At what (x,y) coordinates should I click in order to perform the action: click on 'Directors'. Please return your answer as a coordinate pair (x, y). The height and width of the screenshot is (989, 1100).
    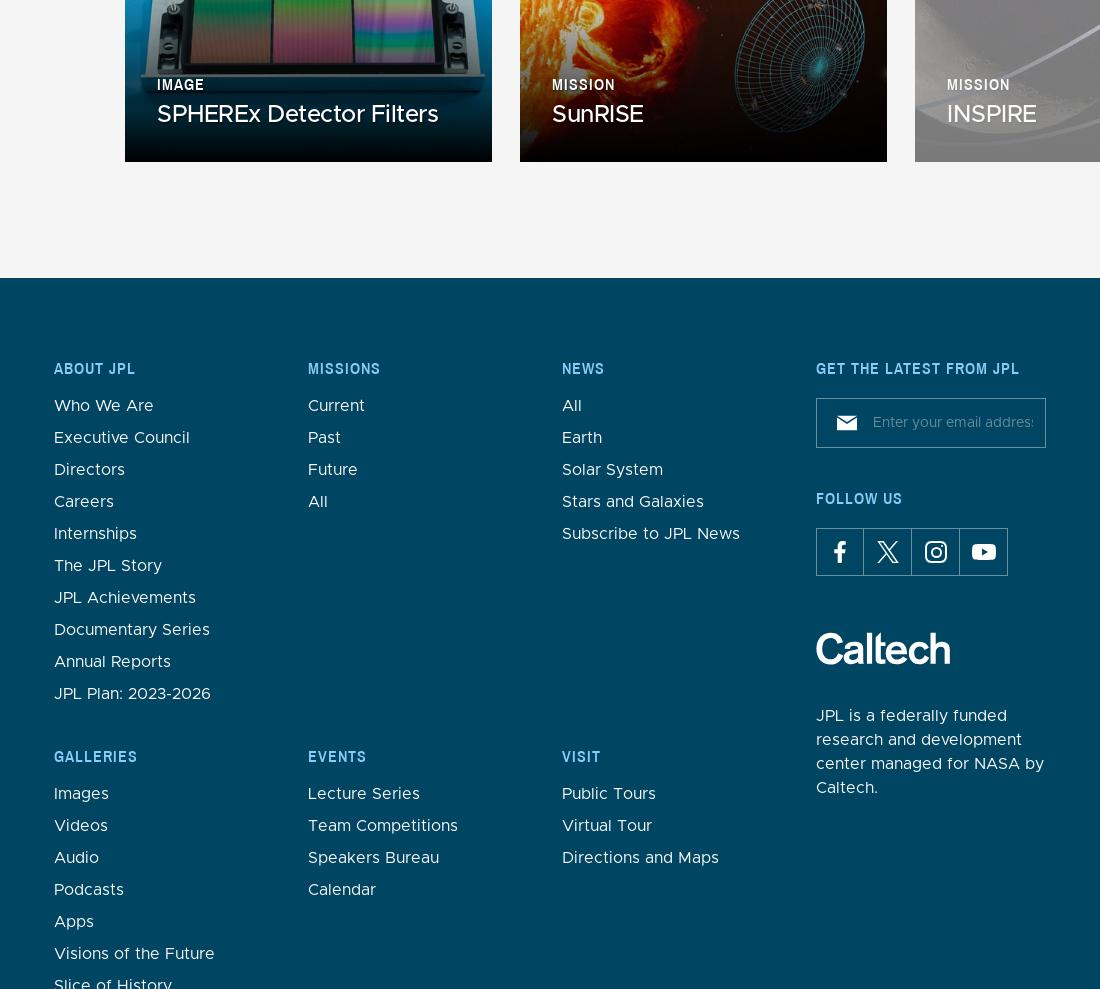
    Looking at the image, I should click on (89, 468).